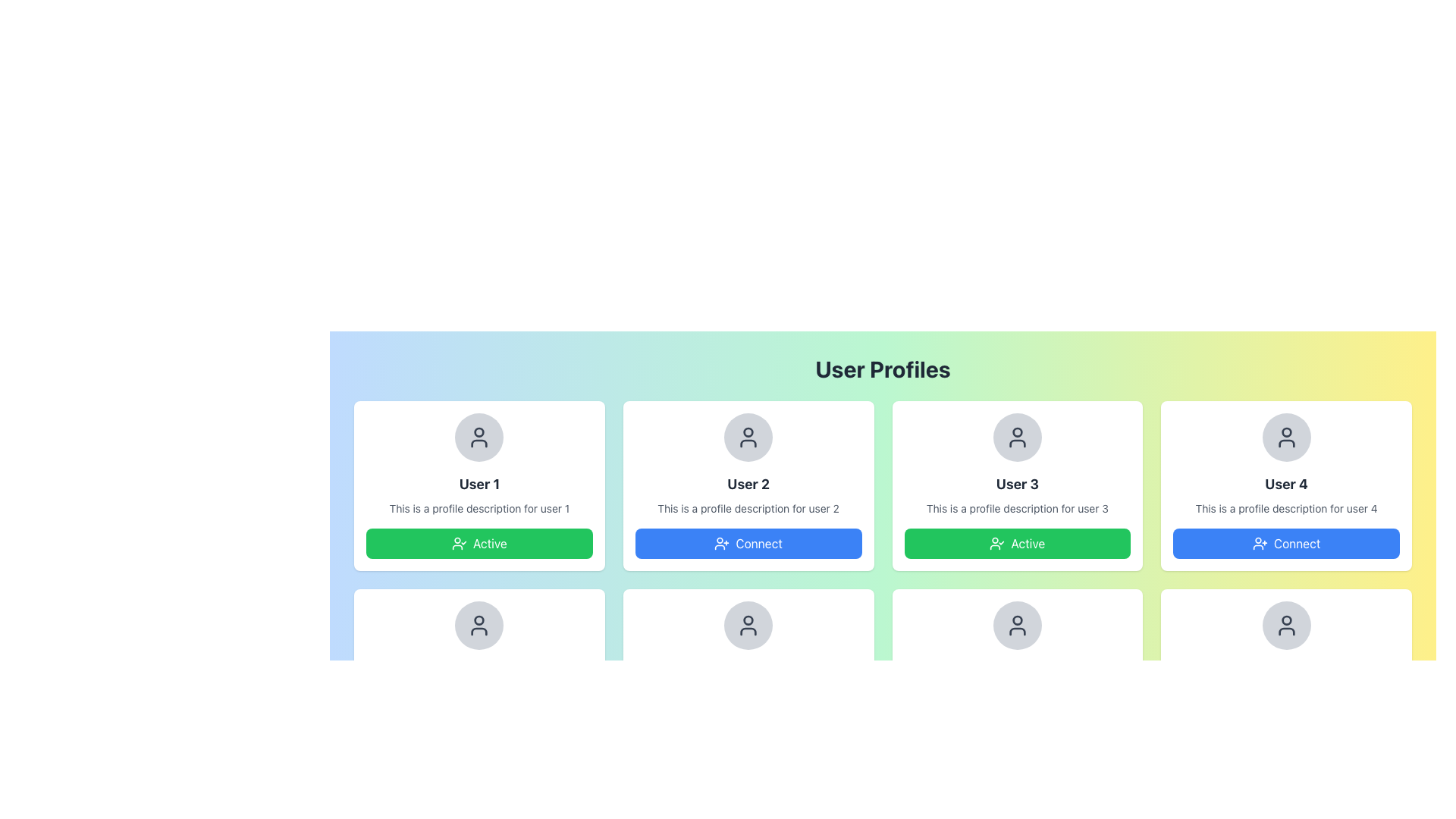 This screenshot has height=819, width=1456. What do you see at coordinates (1017, 509) in the screenshot?
I see `the static text displaying 'This is a profile description for user 3'` at bounding box center [1017, 509].